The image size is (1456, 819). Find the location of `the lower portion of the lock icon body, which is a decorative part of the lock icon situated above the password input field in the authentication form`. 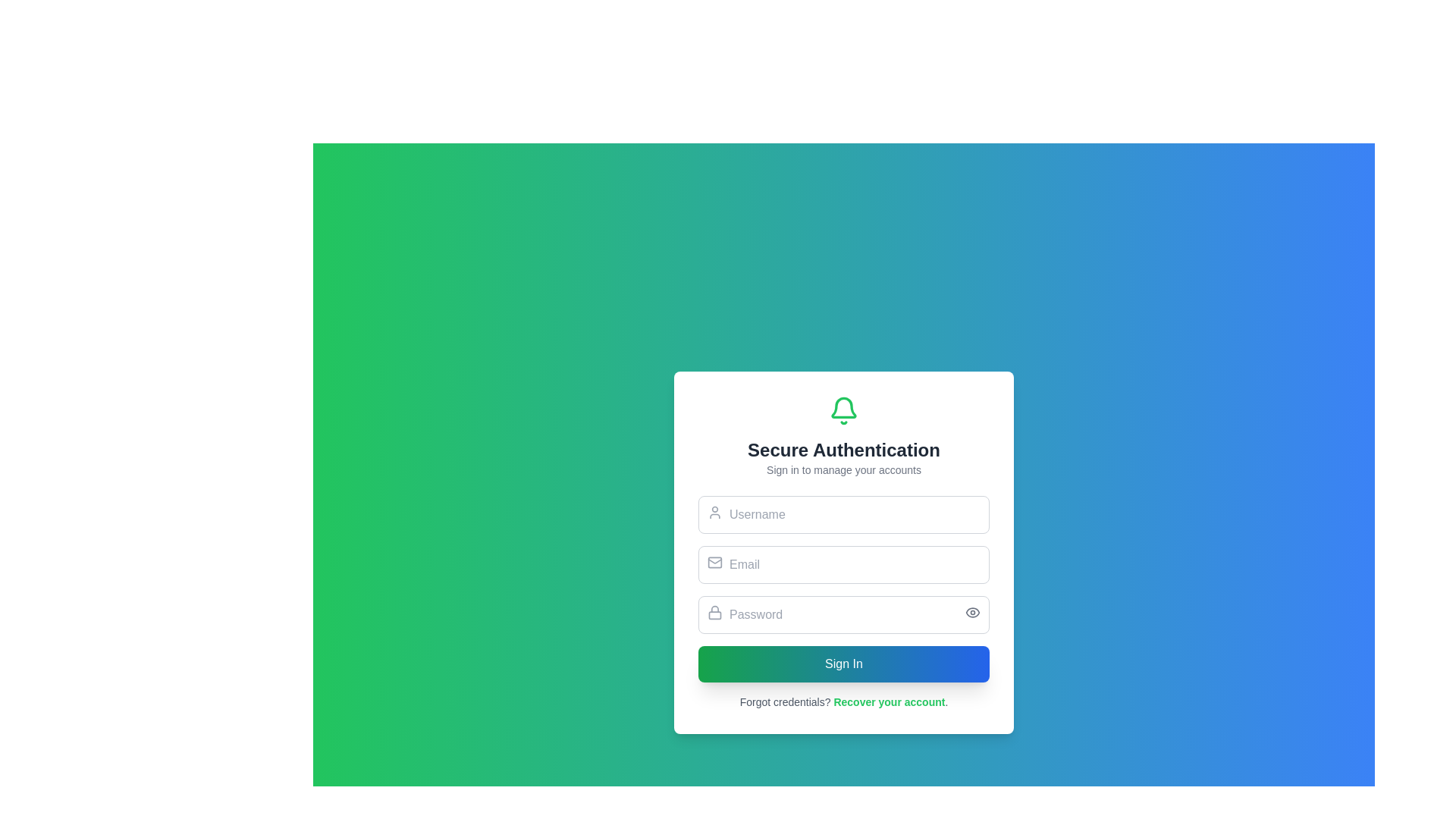

the lower portion of the lock icon body, which is a decorative part of the lock icon situated above the password input field in the authentication form is located at coordinates (714, 615).